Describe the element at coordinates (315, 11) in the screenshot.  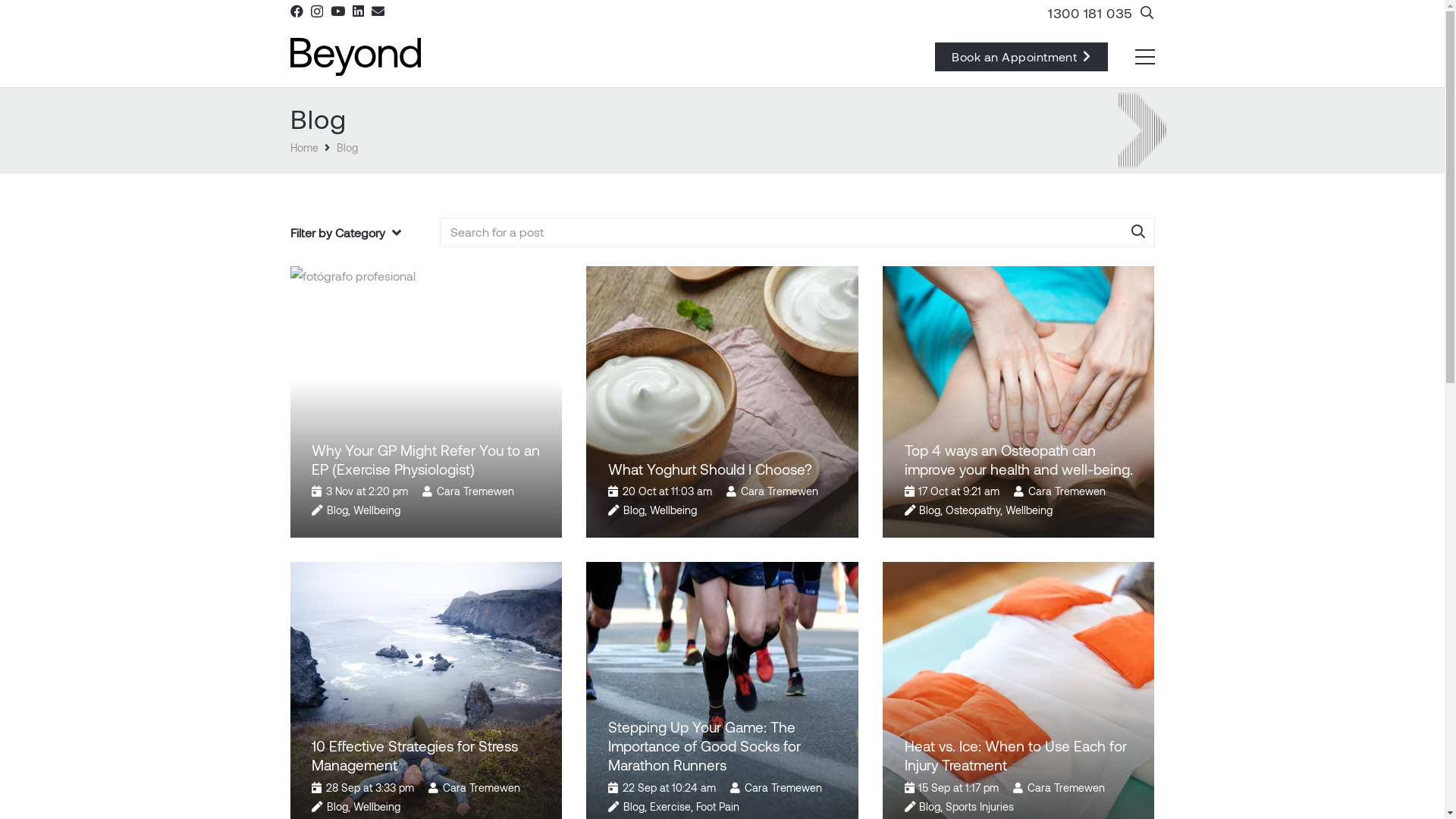
I see `'Instagram'` at that location.